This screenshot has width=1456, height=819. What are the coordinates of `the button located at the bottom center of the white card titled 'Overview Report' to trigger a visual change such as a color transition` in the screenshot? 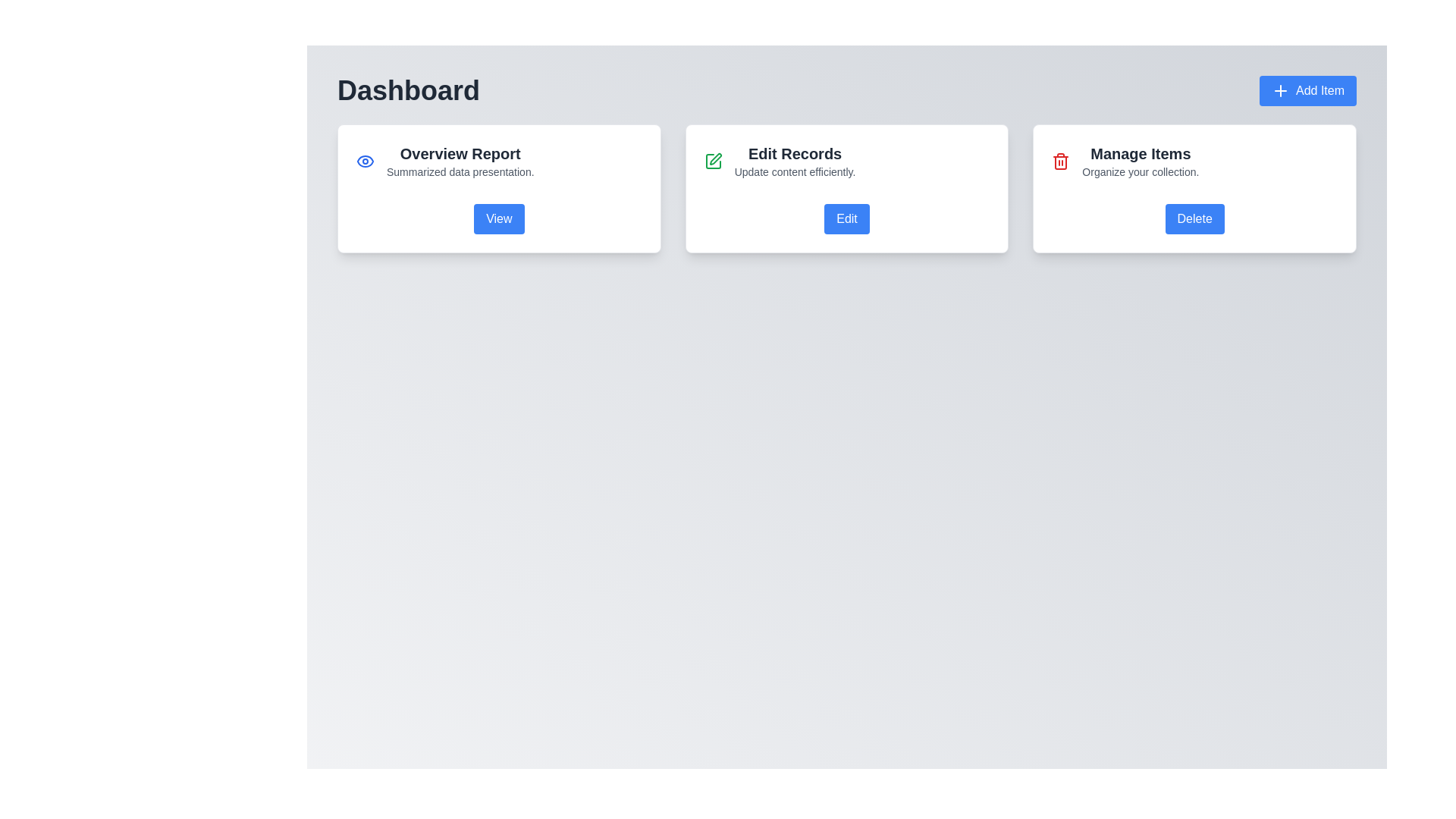 It's located at (499, 219).